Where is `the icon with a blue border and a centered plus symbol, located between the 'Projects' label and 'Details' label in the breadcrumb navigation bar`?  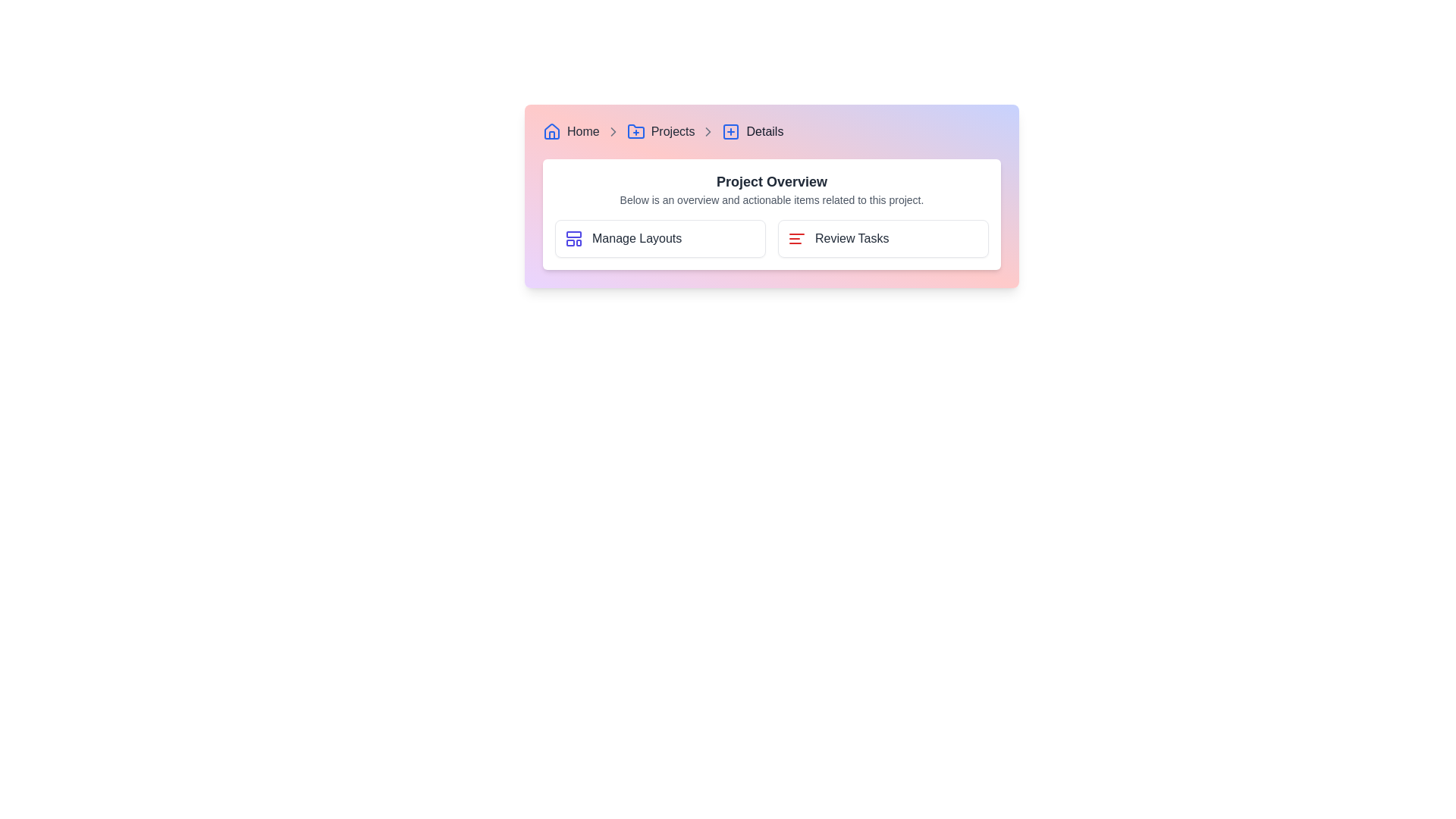 the icon with a blue border and a centered plus symbol, located between the 'Projects' label and 'Details' label in the breadcrumb navigation bar is located at coordinates (731, 130).